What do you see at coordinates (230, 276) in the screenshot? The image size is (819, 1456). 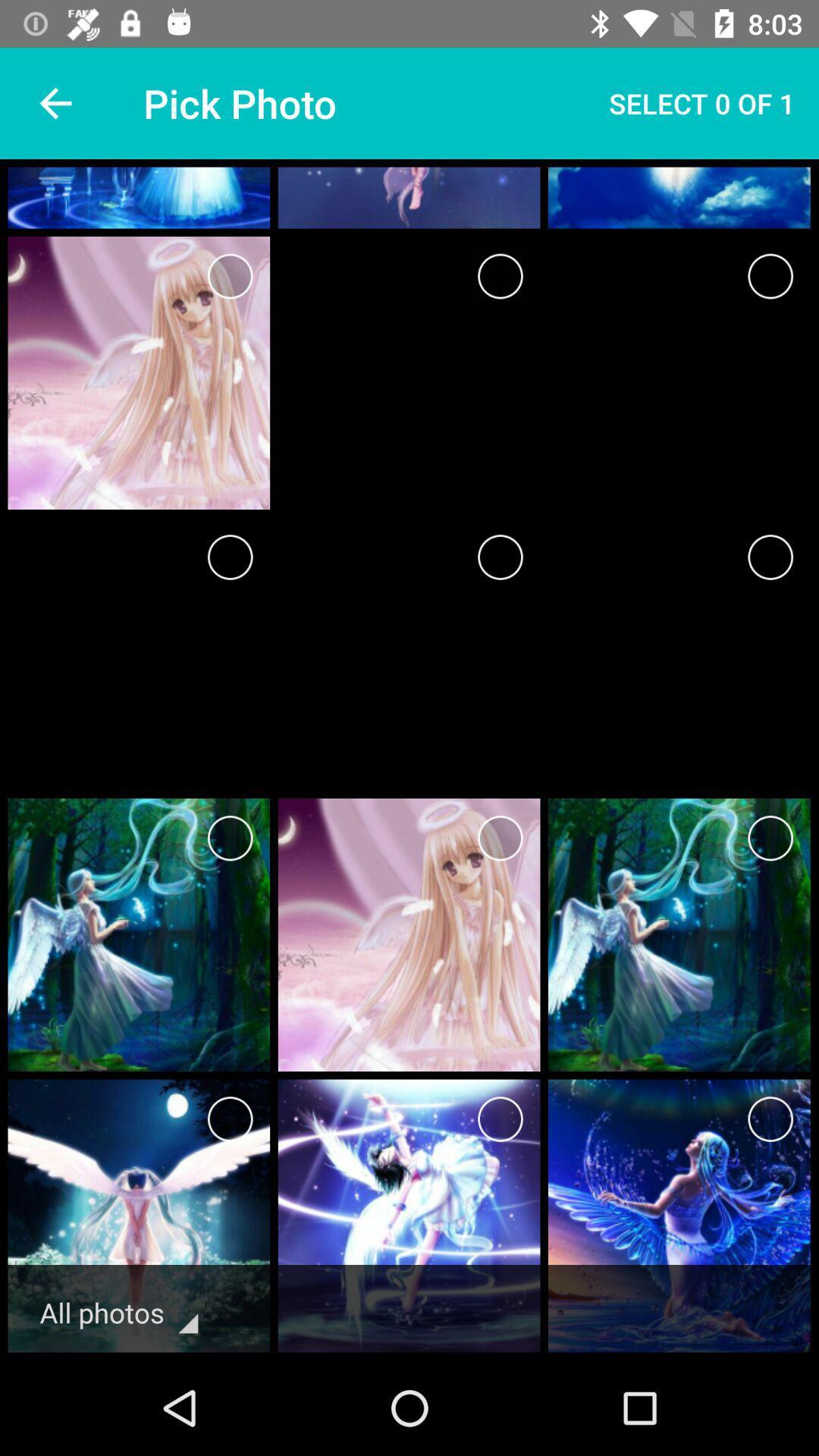 I see `photo` at bounding box center [230, 276].